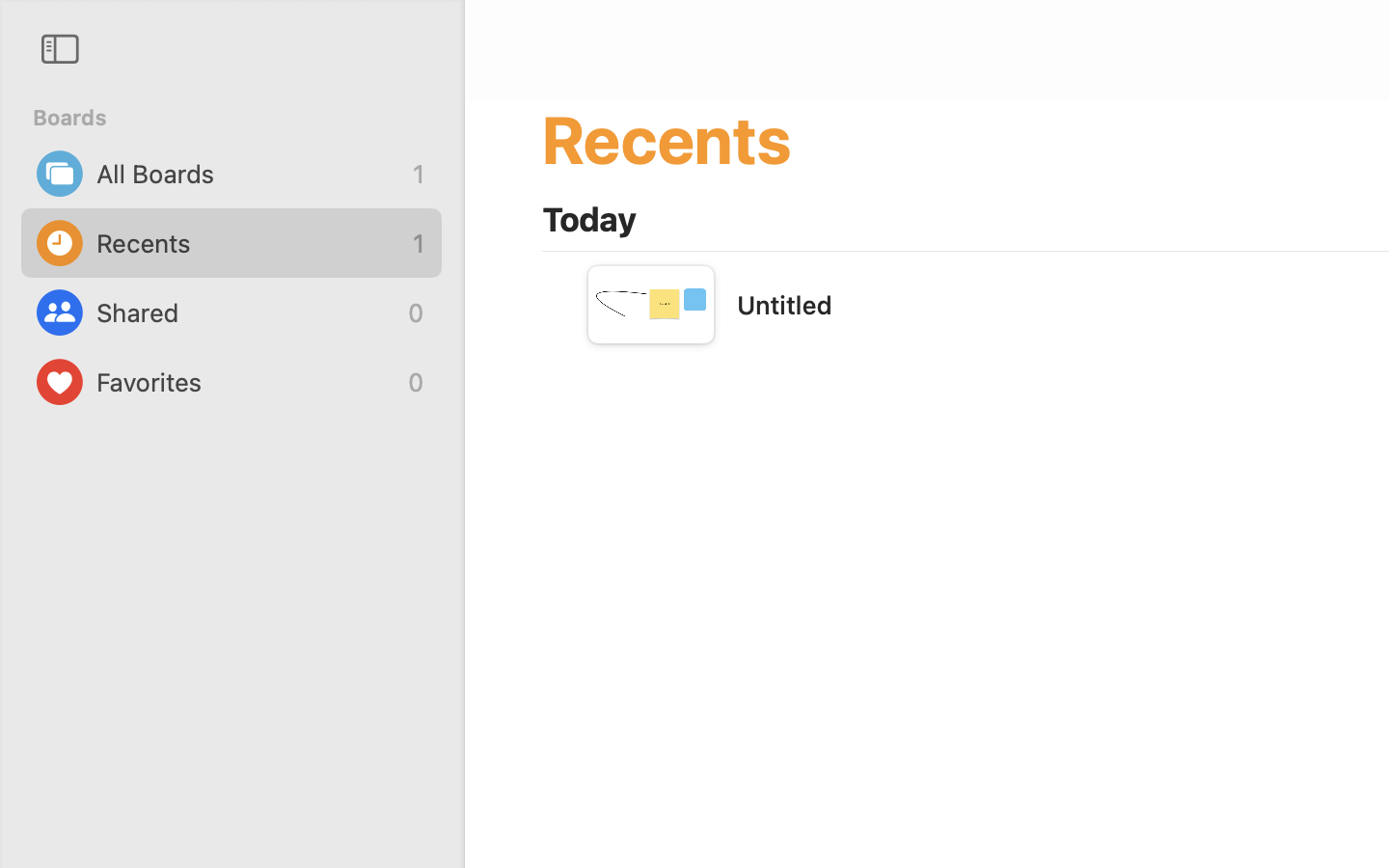 This screenshot has height=868, width=1389. Describe the element at coordinates (246, 312) in the screenshot. I see `'Shared'` at that location.